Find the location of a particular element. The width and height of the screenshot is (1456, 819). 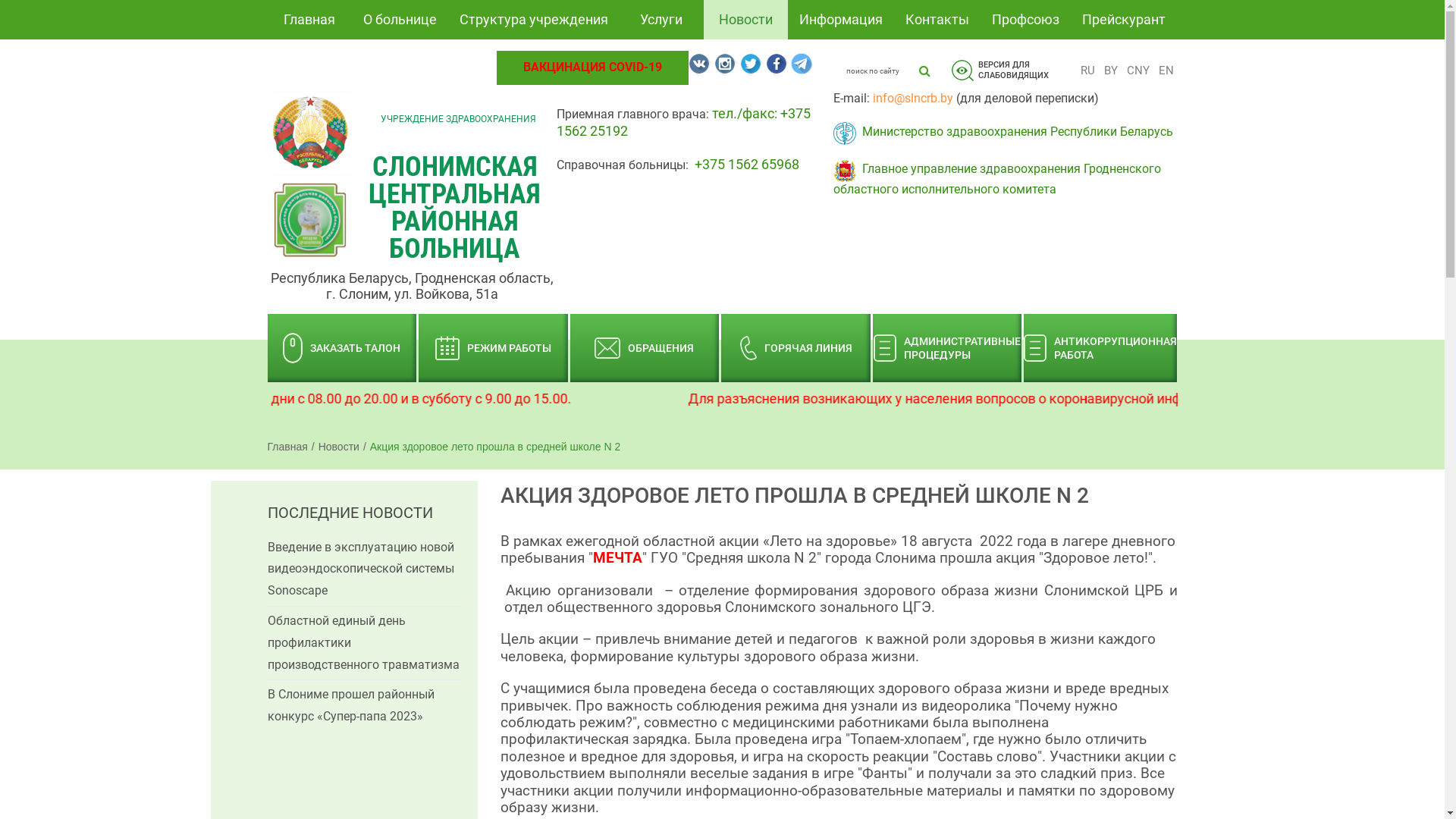

'BY' is located at coordinates (1110, 70).